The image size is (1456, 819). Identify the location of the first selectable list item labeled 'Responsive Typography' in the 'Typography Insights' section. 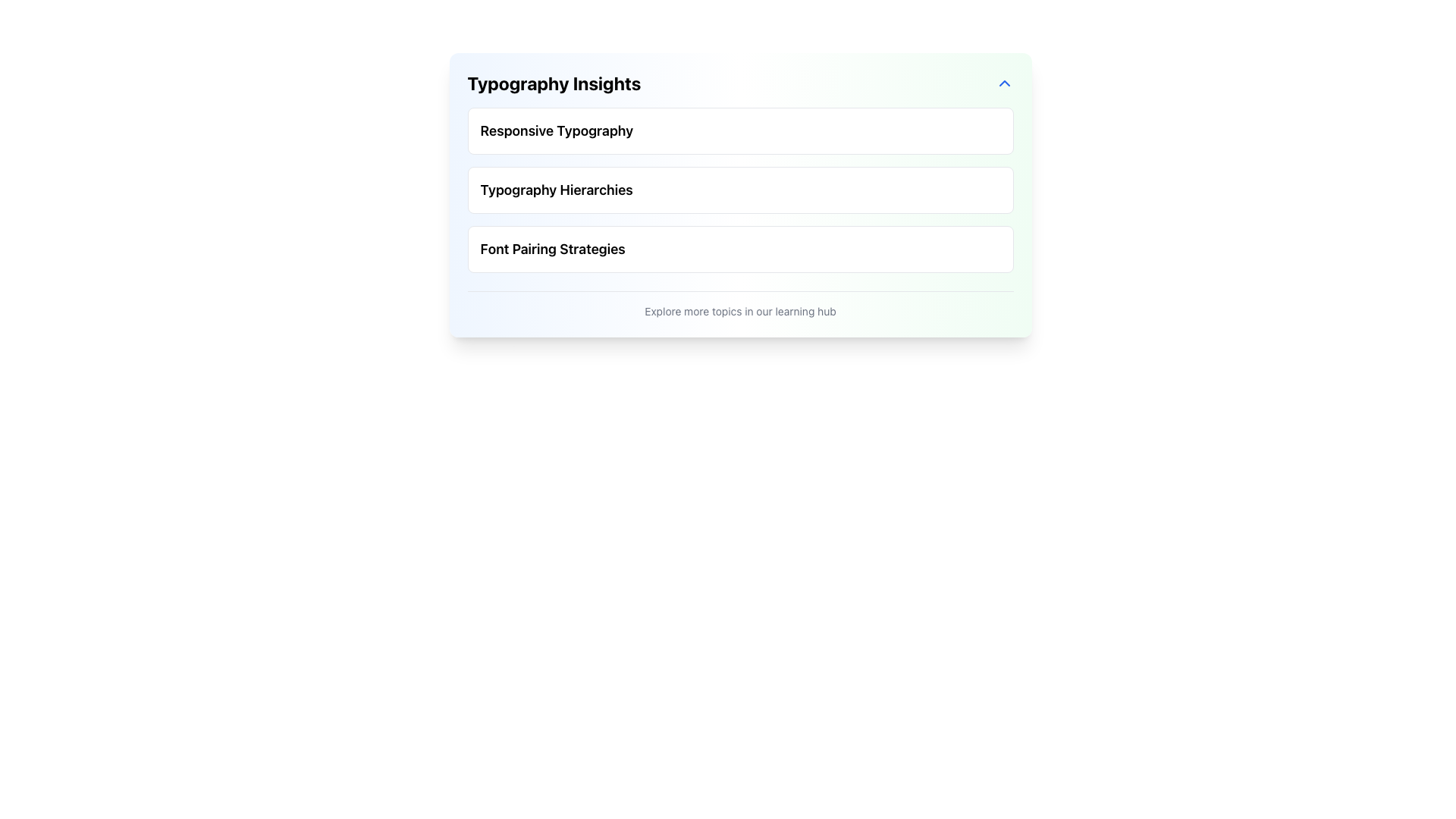
(740, 130).